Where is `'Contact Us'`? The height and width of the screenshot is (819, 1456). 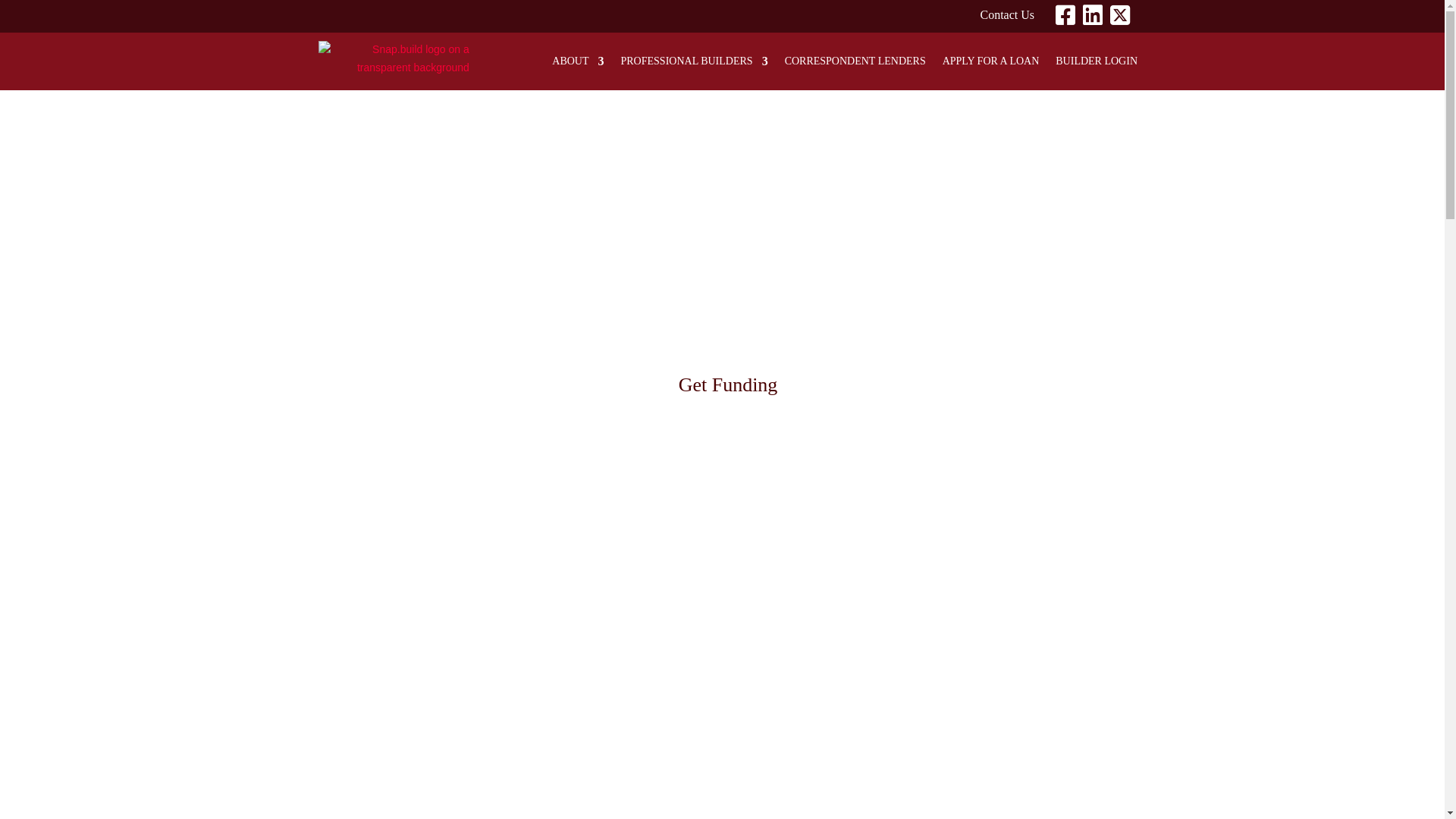 'Contact Us' is located at coordinates (1007, 17).